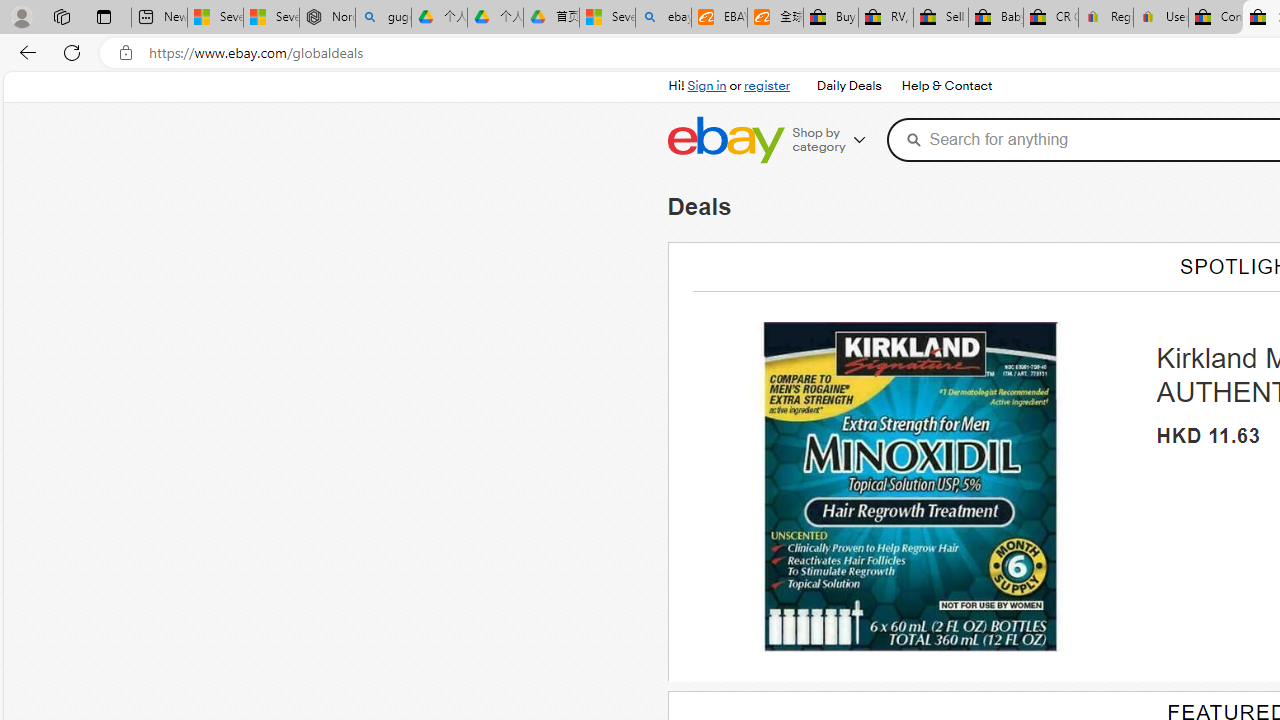  Describe the element at coordinates (663, 17) in the screenshot. I see `'ebay - Search'` at that location.